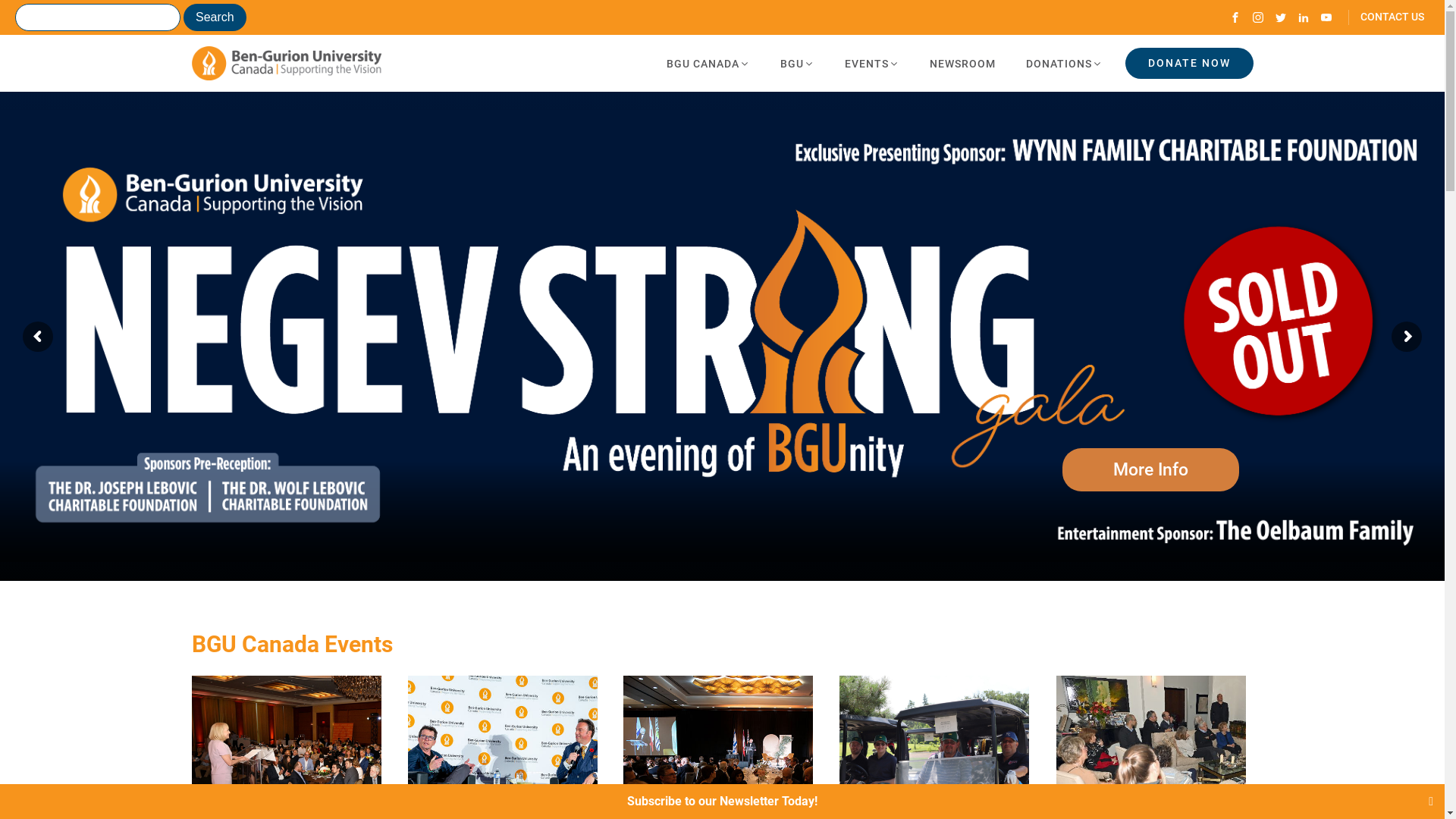  Describe the element at coordinates (1009, 63) in the screenshot. I see `'DONATIONS'` at that location.